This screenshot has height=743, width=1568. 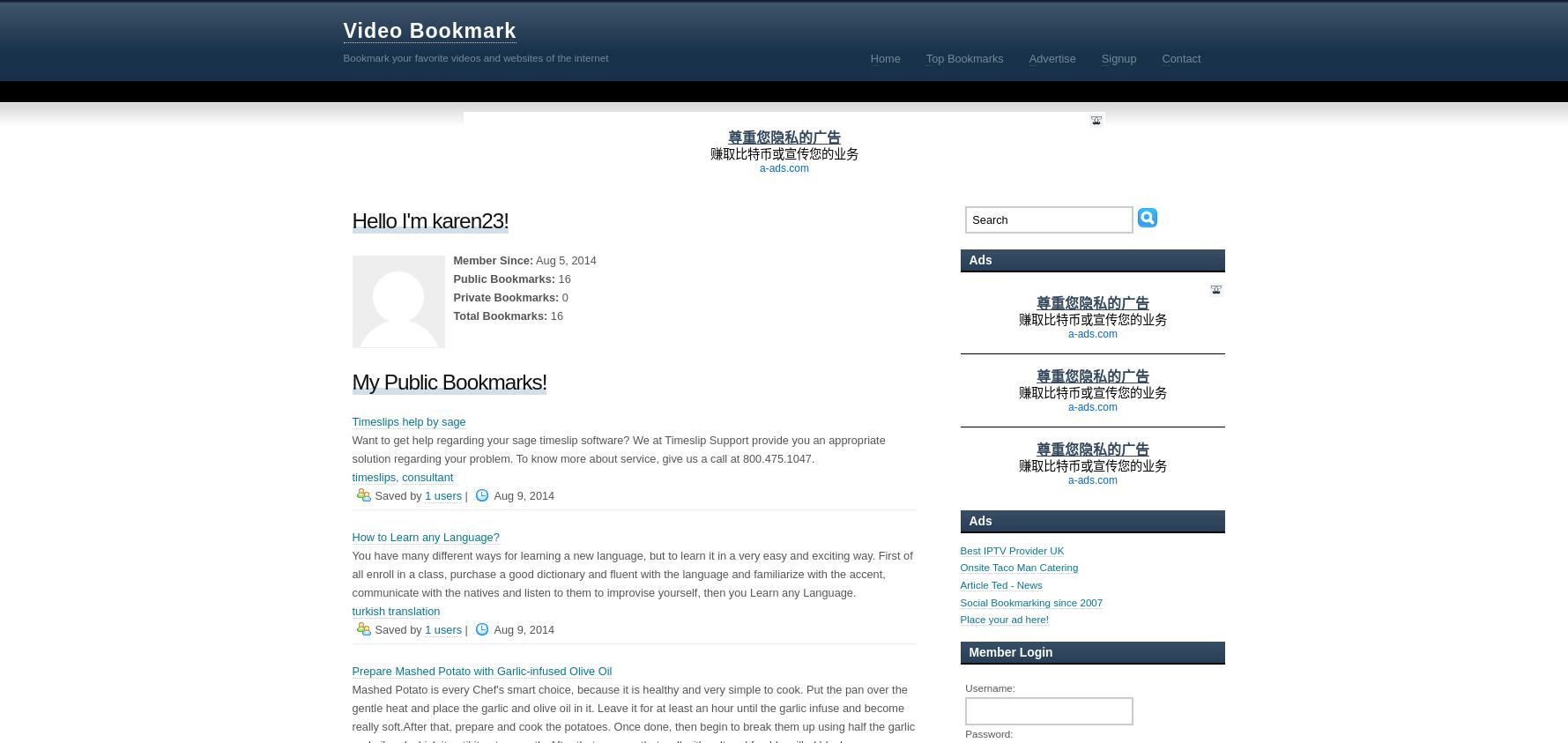 What do you see at coordinates (506, 295) in the screenshot?
I see `'Private Bookmarks:'` at bounding box center [506, 295].